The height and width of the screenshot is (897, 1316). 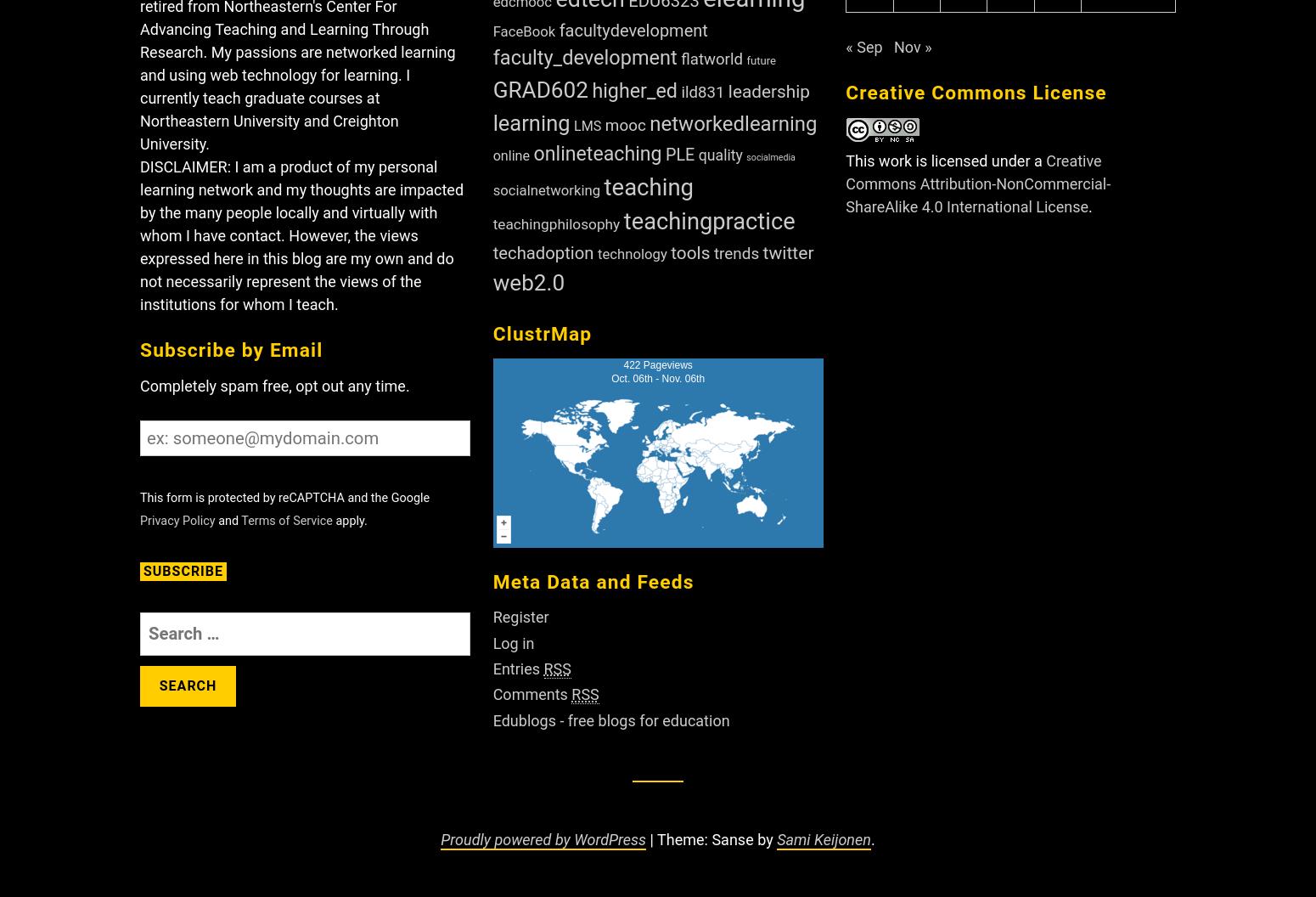 What do you see at coordinates (944, 160) in the screenshot?
I see `'This work is licensed under a'` at bounding box center [944, 160].